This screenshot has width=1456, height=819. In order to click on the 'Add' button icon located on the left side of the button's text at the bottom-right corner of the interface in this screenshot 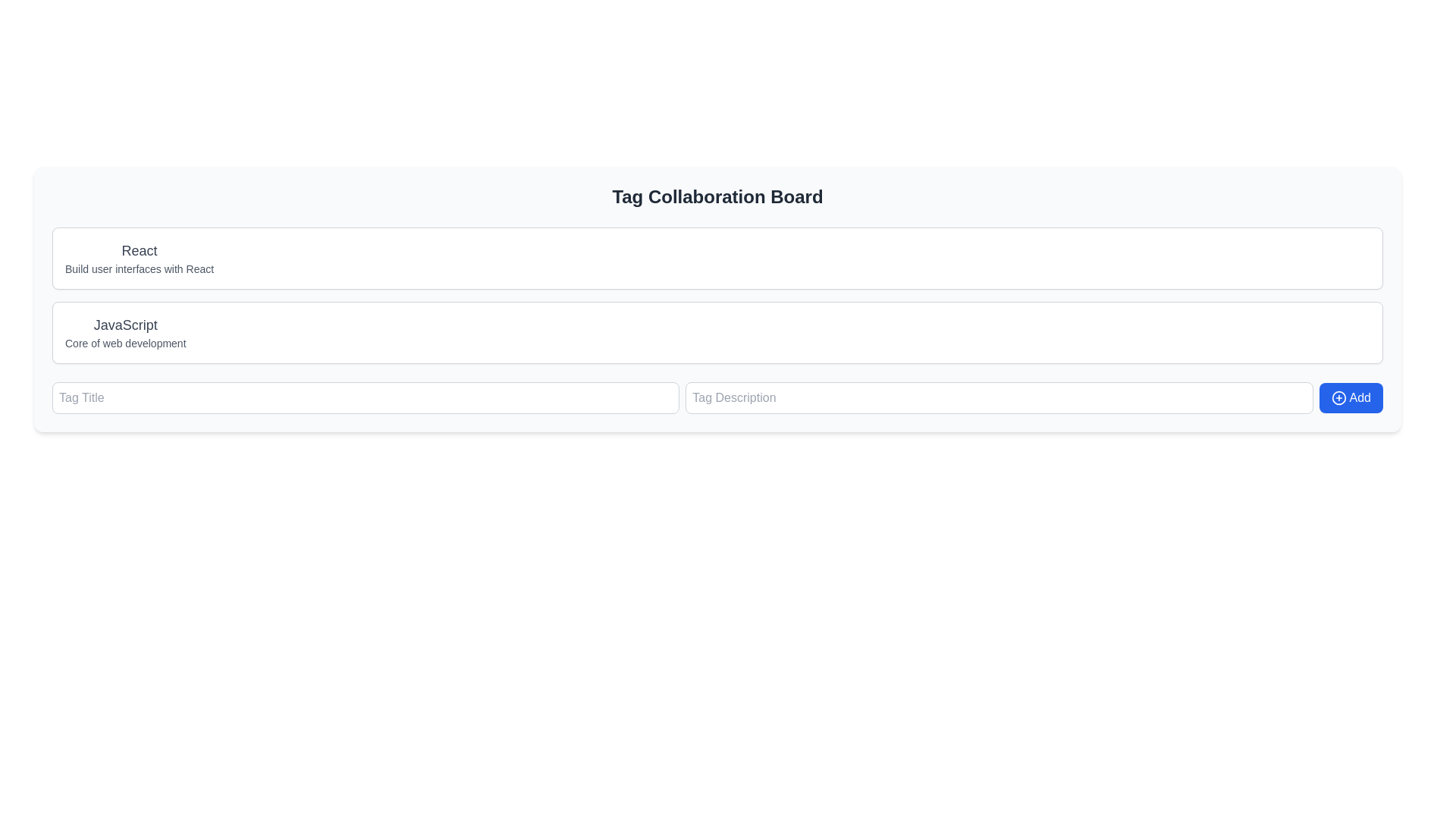, I will do `click(1338, 397)`.